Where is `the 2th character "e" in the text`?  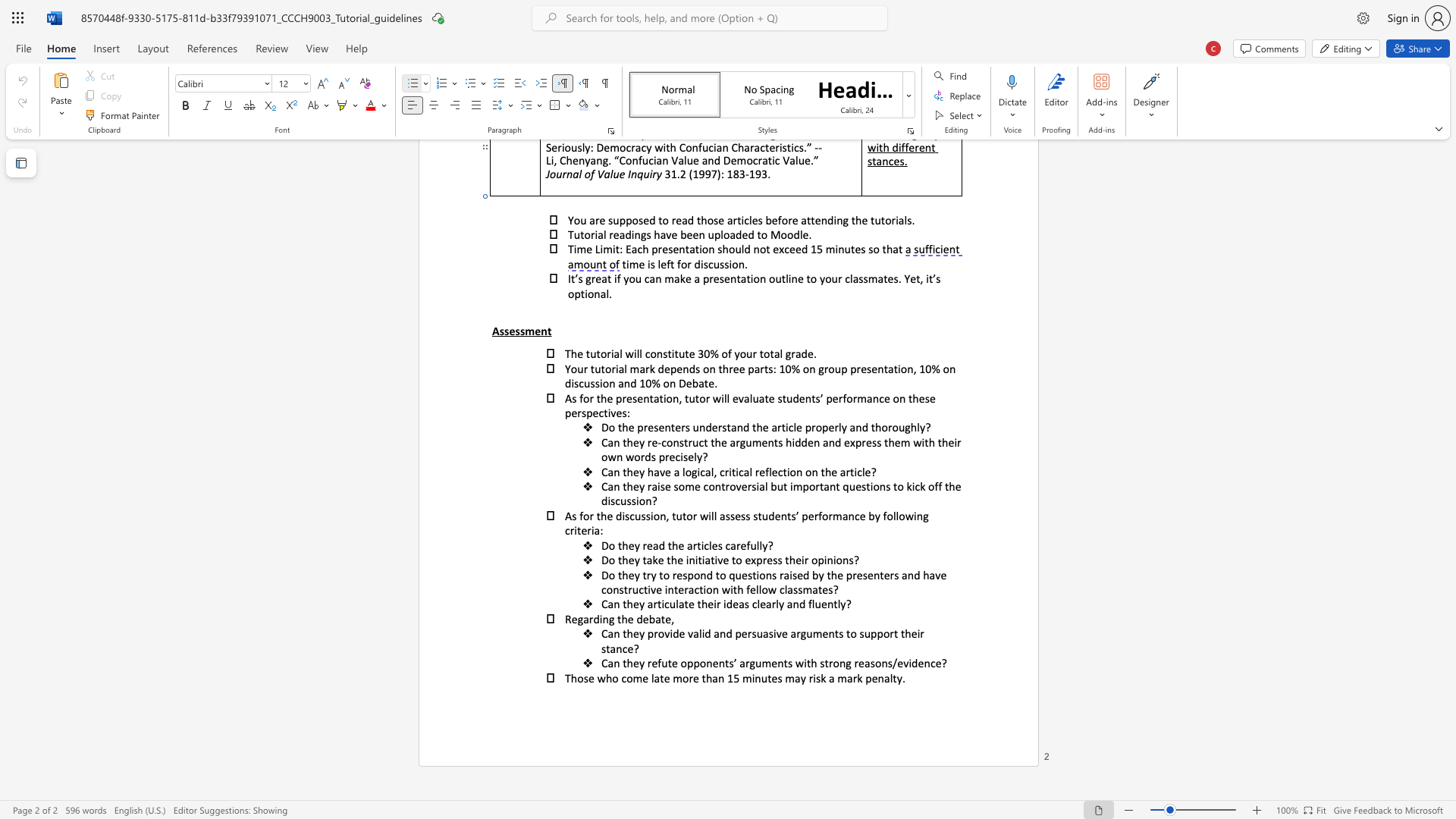
the 2th character "e" in the text is located at coordinates (691, 603).